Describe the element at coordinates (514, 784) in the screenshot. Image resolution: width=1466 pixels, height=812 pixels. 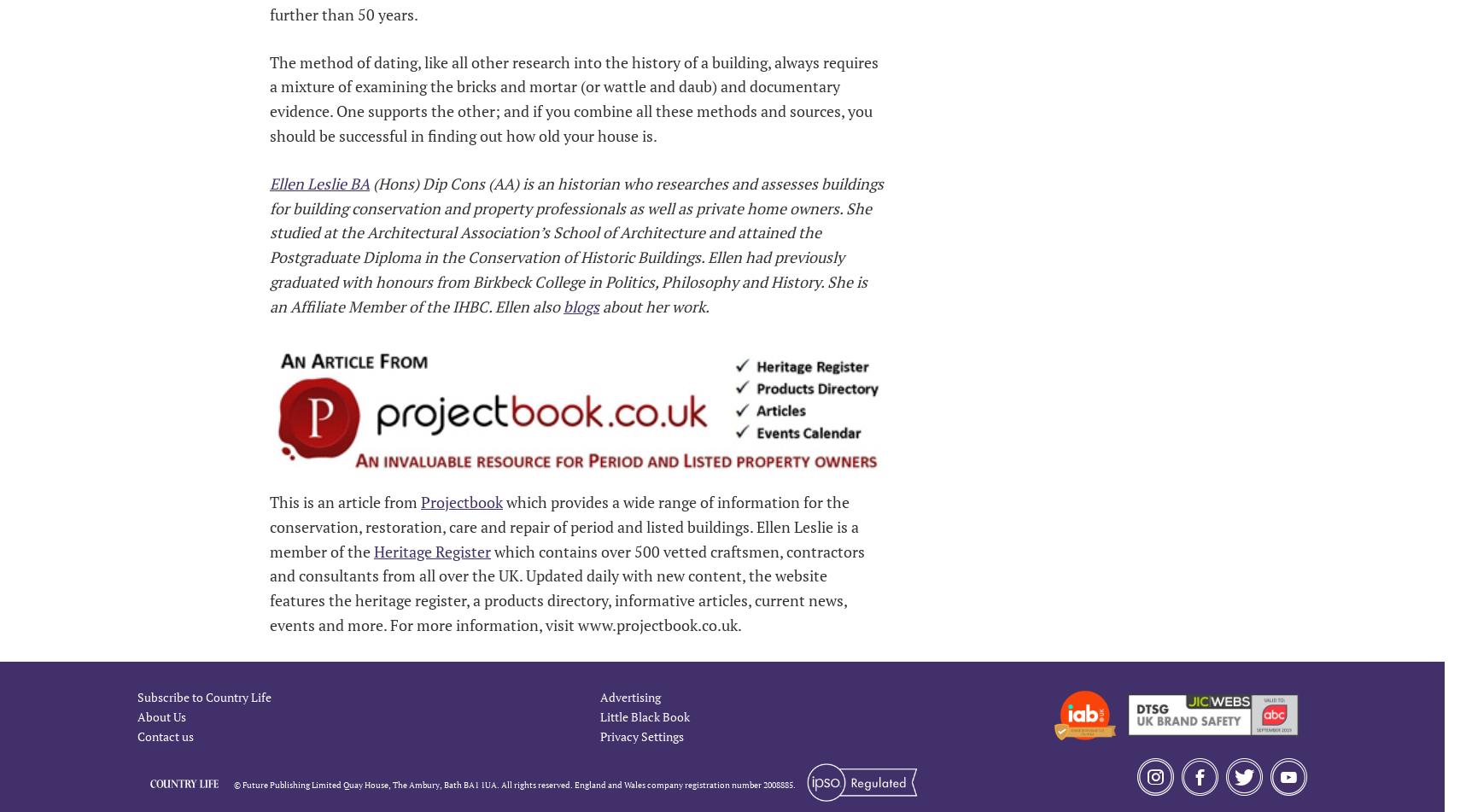
I see `'© Future Publishing Limited Quay House, The Ambury, Bath BA1 1UA. All rights reserved. England and Wales company registration number 2008885.'` at that location.